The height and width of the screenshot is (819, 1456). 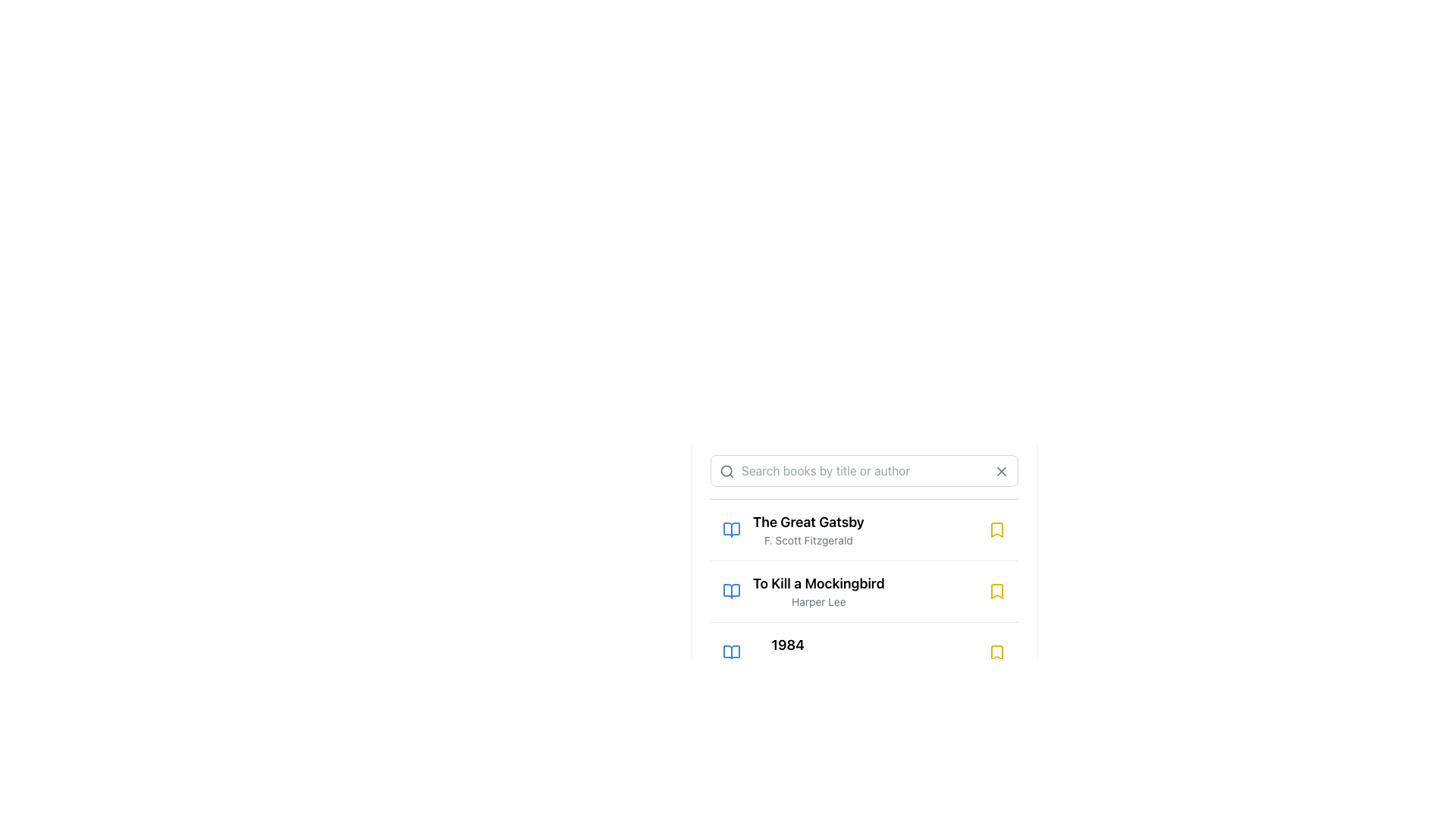 What do you see at coordinates (731, 529) in the screenshot?
I see `the icon representing 'The Great Gatsby', which is the first icon to the left of the item labeled 'The Great Gatsby' in the list` at bounding box center [731, 529].